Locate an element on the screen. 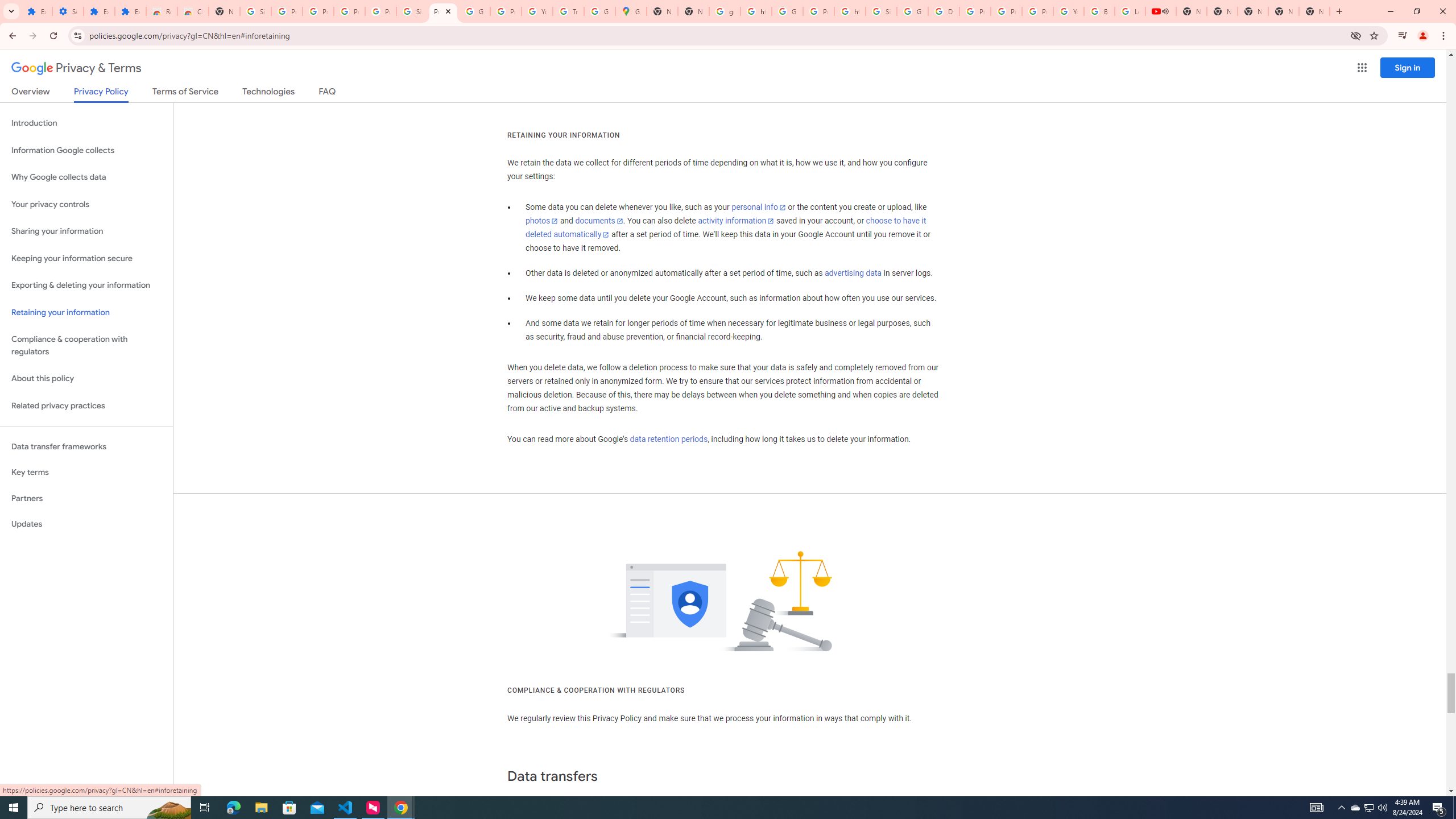  'Sharing your information' is located at coordinates (86, 230).